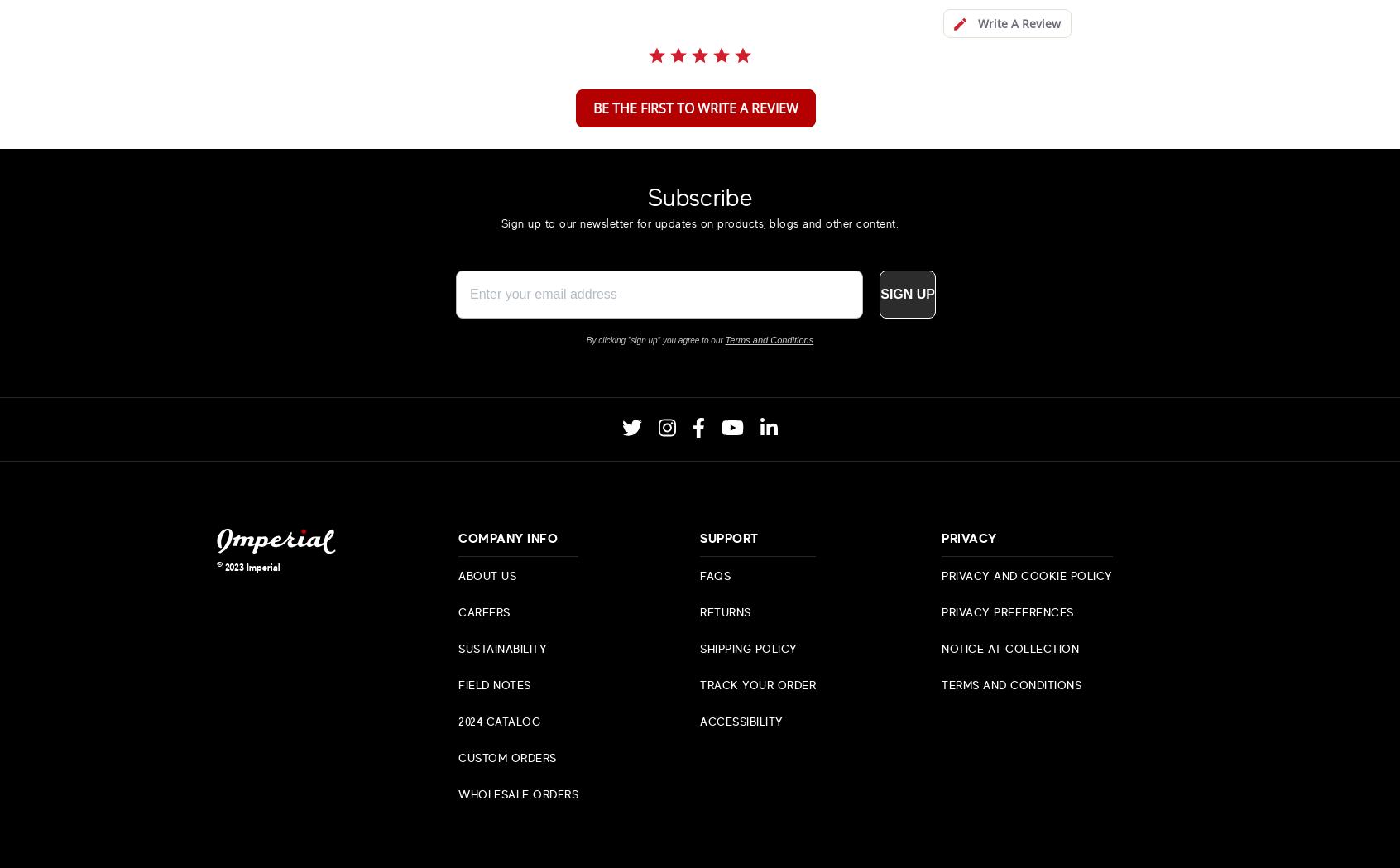 The width and height of the screenshot is (1400, 868). Describe the element at coordinates (695, 107) in the screenshot. I see `'be the first to write a review'` at that location.